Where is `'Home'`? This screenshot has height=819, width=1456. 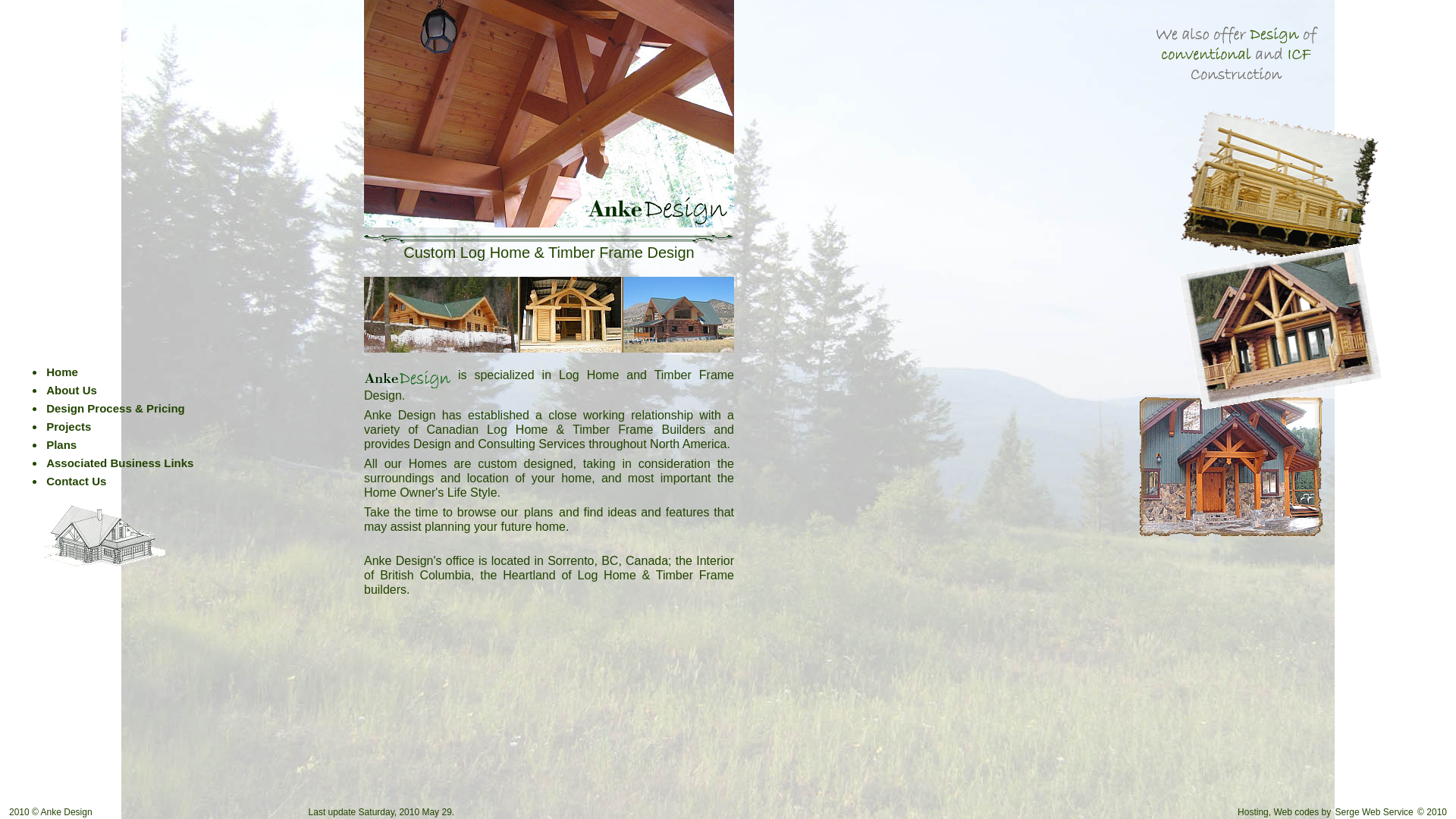
'Home' is located at coordinates (61, 372).